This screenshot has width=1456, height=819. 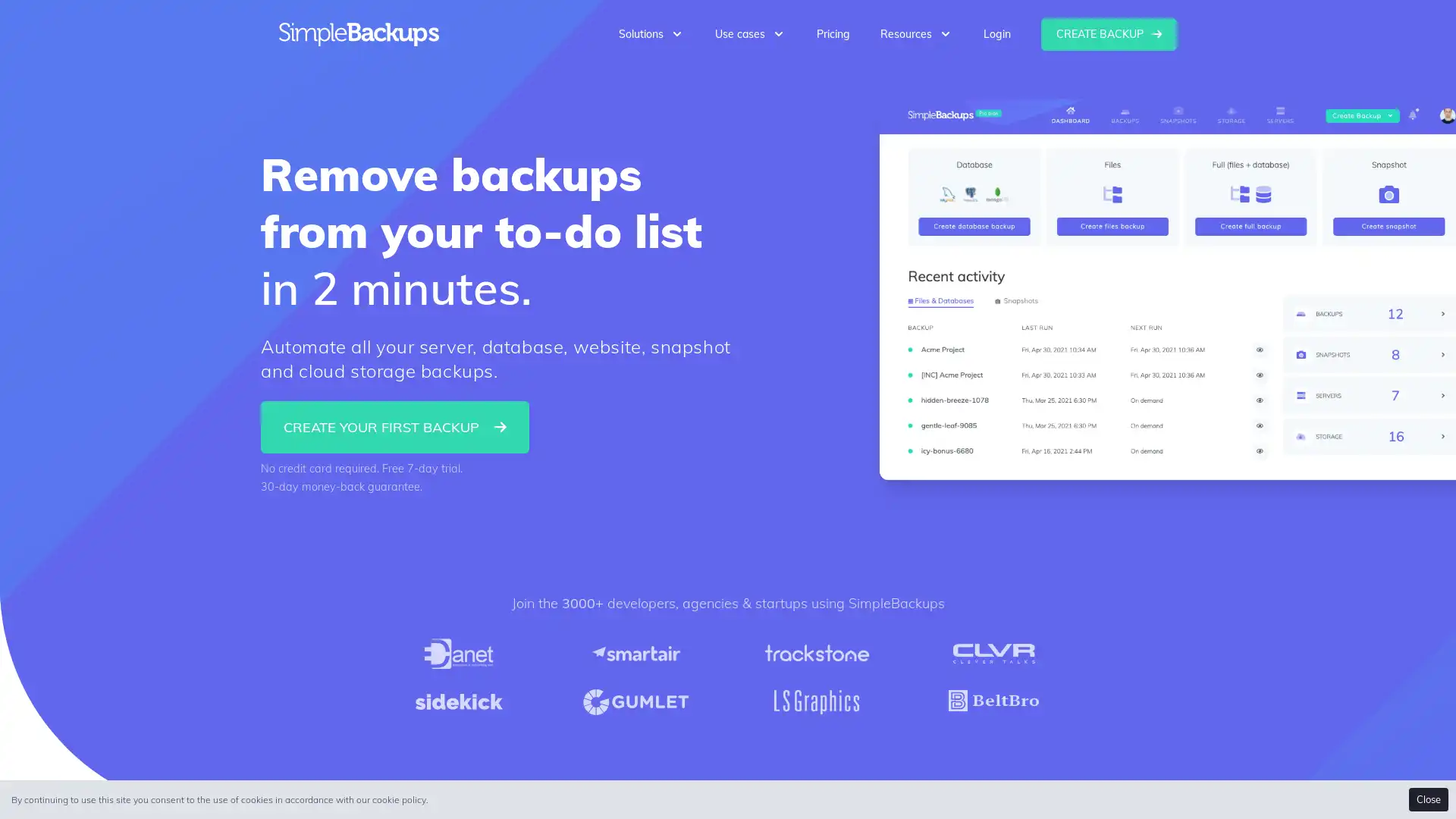 What do you see at coordinates (750, 34) in the screenshot?
I see `Use cases` at bounding box center [750, 34].